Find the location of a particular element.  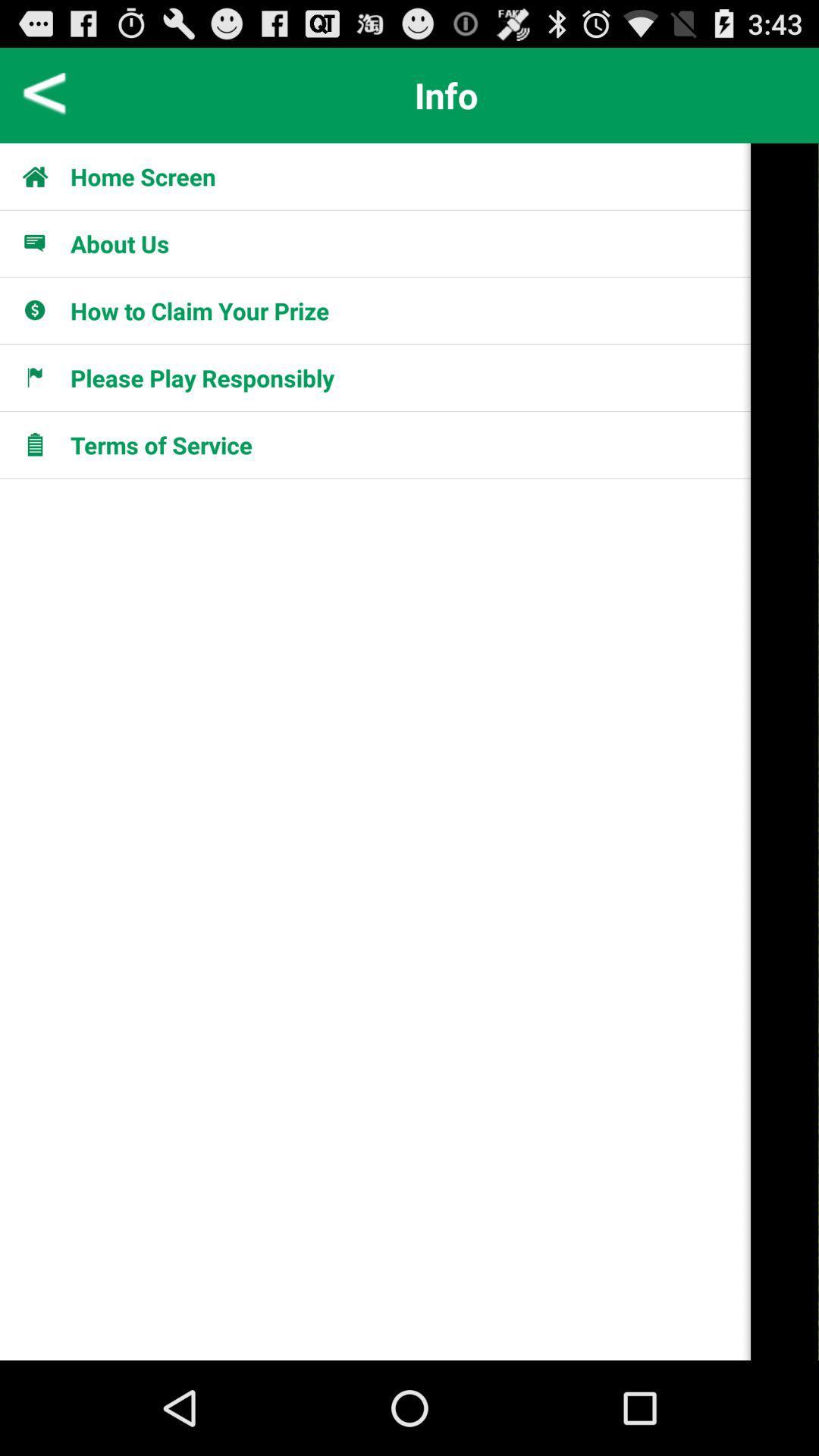

icon above the terms of service app is located at coordinates (42, 378).